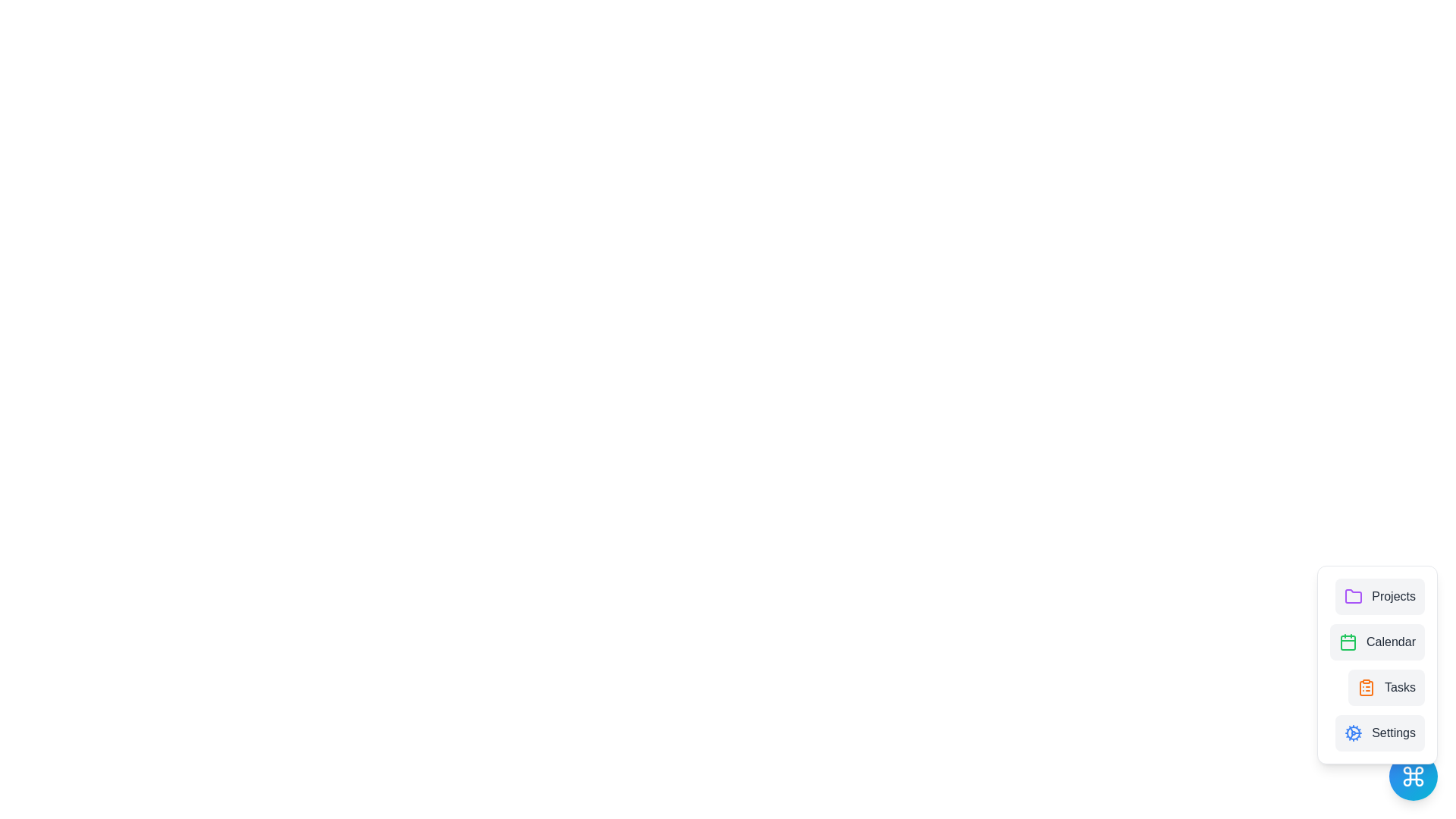 The image size is (1456, 819). Describe the element at coordinates (1376, 642) in the screenshot. I see `the Calendar from the menu` at that location.